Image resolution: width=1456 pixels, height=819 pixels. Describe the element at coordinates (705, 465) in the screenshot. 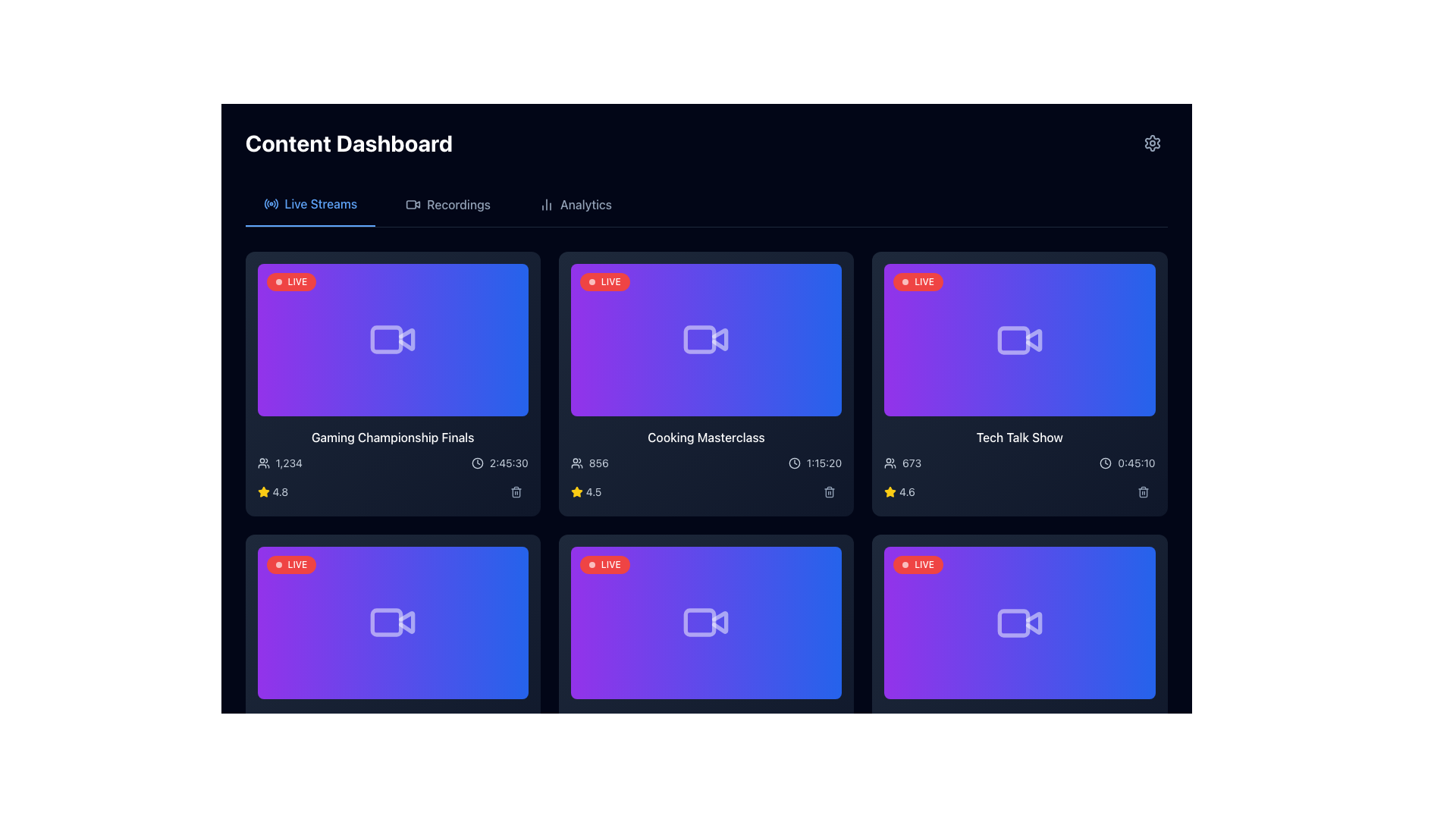

I see `the live stream session card located in the second row and second column of the dashboard to view the duration of the session` at that location.